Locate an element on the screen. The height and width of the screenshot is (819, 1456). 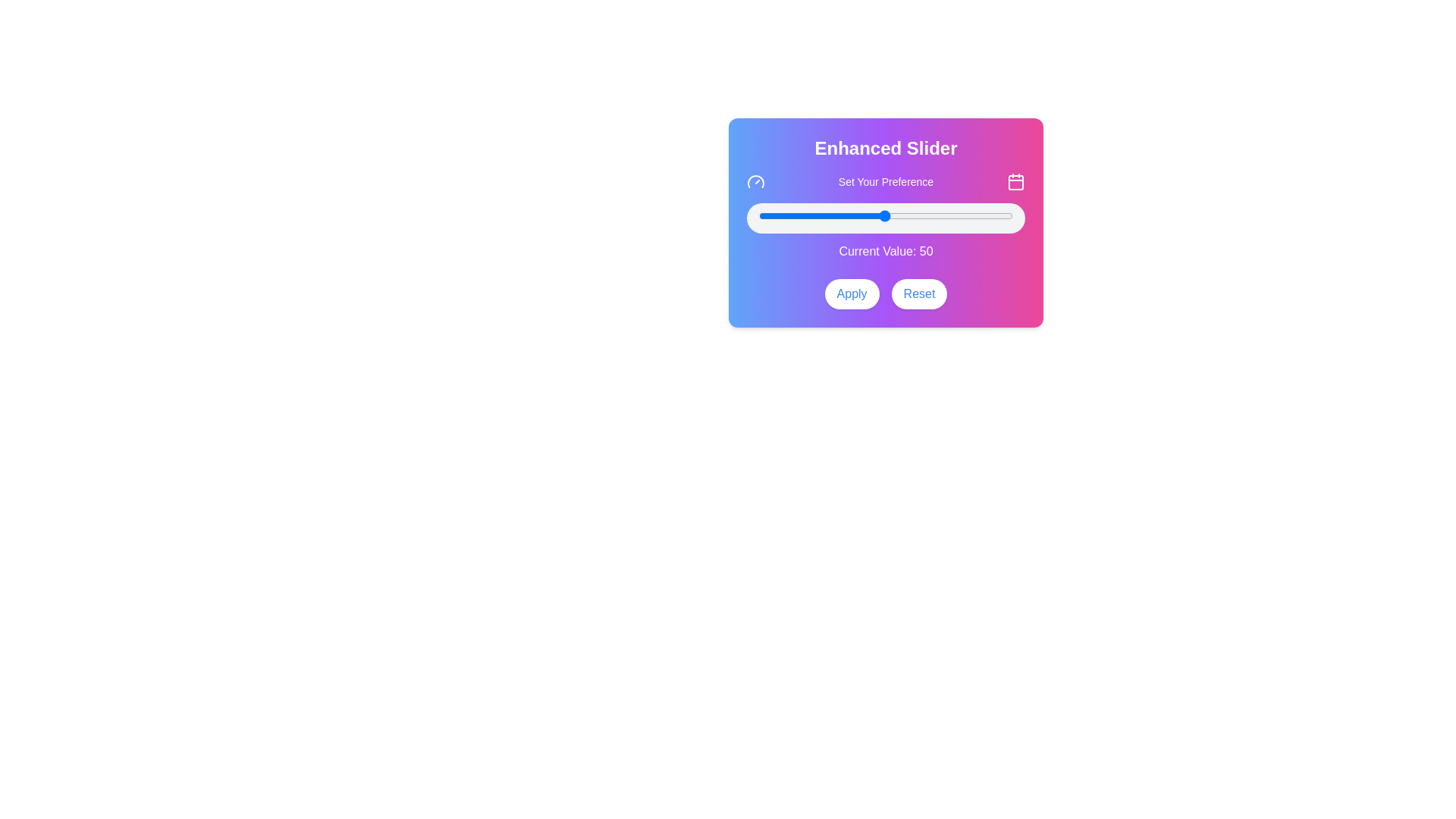
the slider value is located at coordinates (799, 216).